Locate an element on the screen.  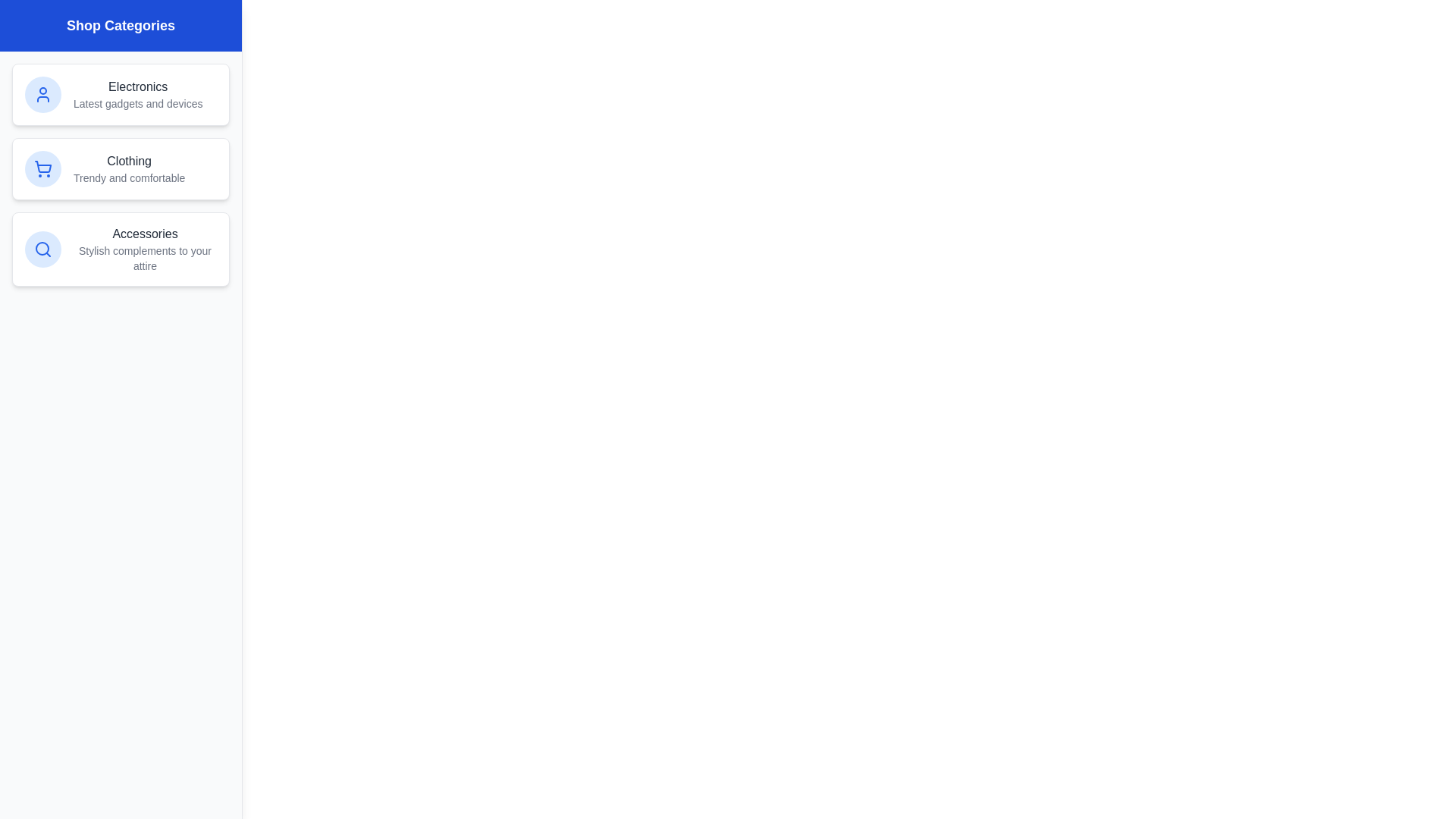
the list item corresponding to Electronics to view its details is located at coordinates (120, 94).